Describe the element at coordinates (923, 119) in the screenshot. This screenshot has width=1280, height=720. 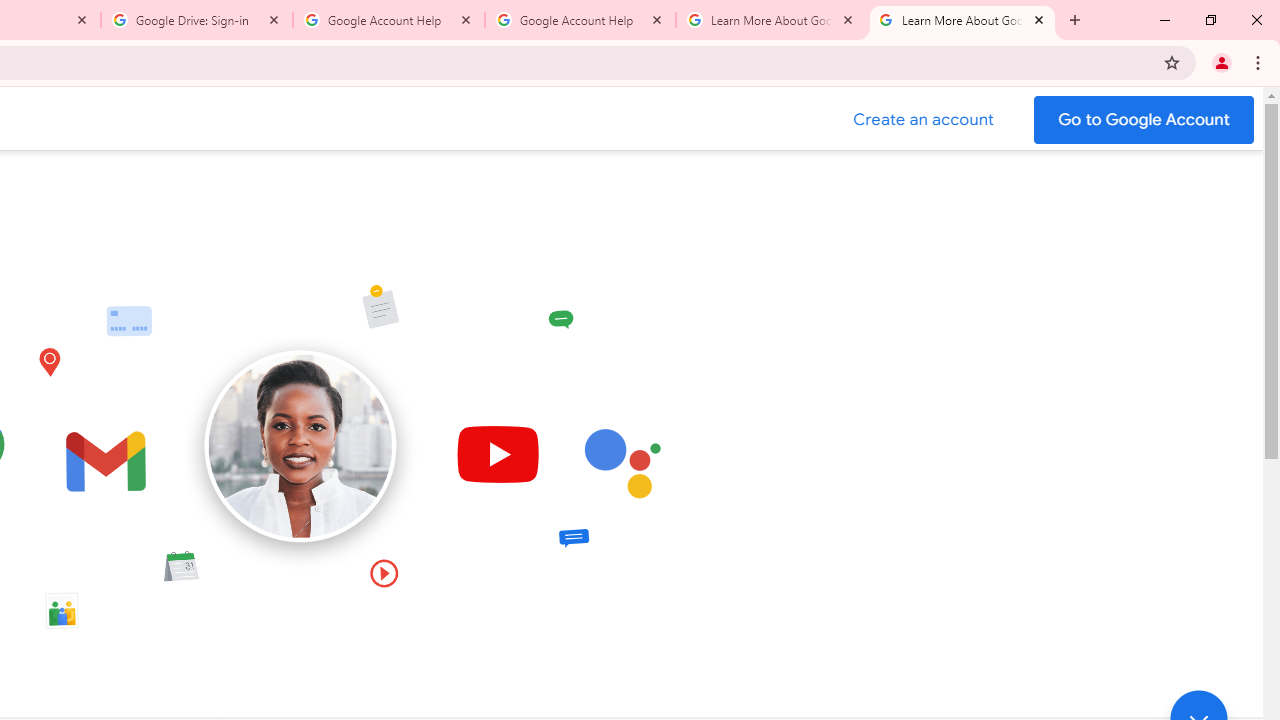
I see `'Create a Google Account'` at that location.